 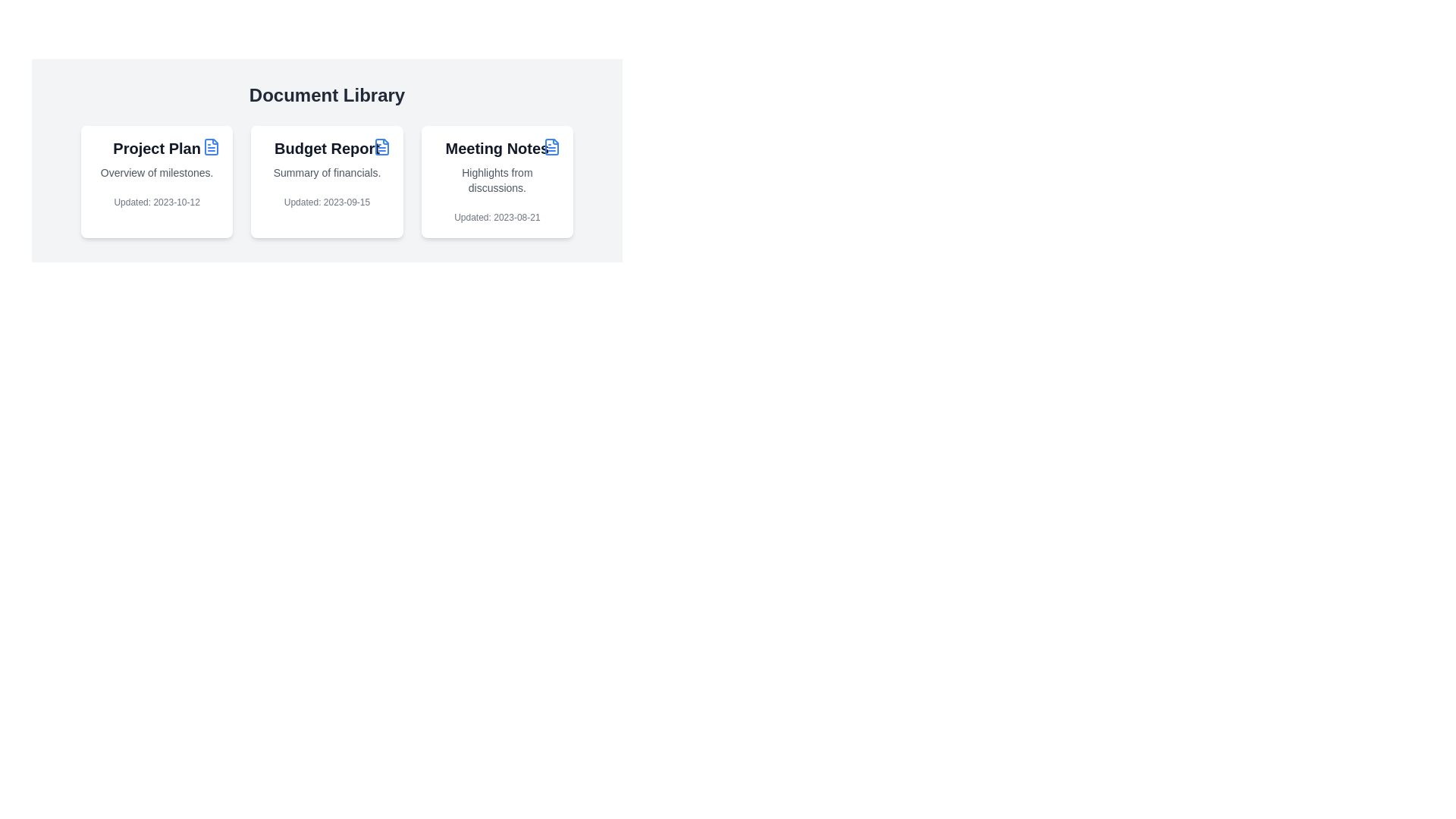 What do you see at coordinates (157, 149) in the screenshot?
I see `text label displaying 'Project Plan' located at the top center of the first card, which is styled in bold and dark color, and accompanied by a document icon` at bounding box center [157, 149].